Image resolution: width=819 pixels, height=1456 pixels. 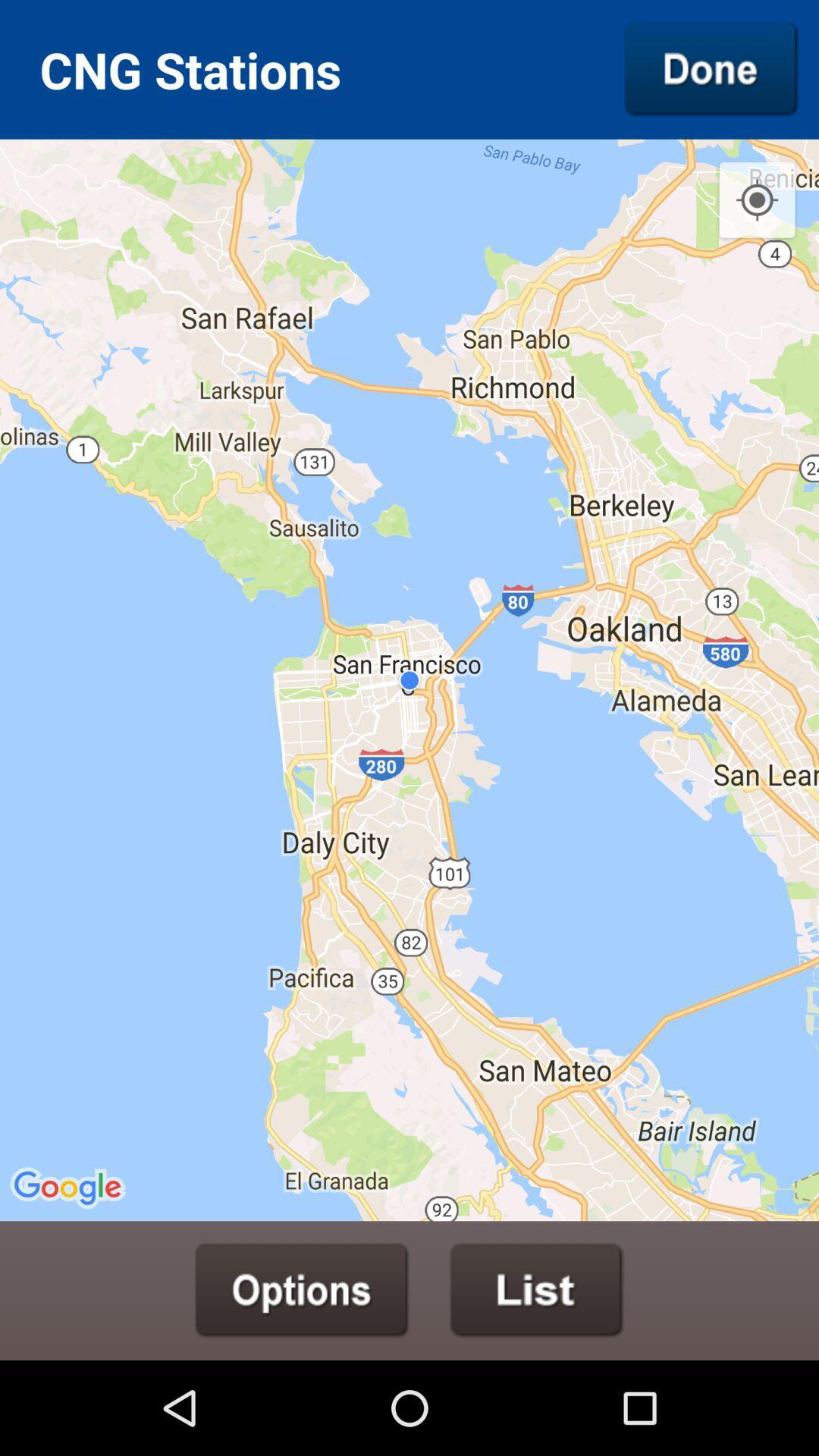 What do you see at coordinates (536, 1289) in the screenshot?
I see `the list` at bounding box center [536, 1289].